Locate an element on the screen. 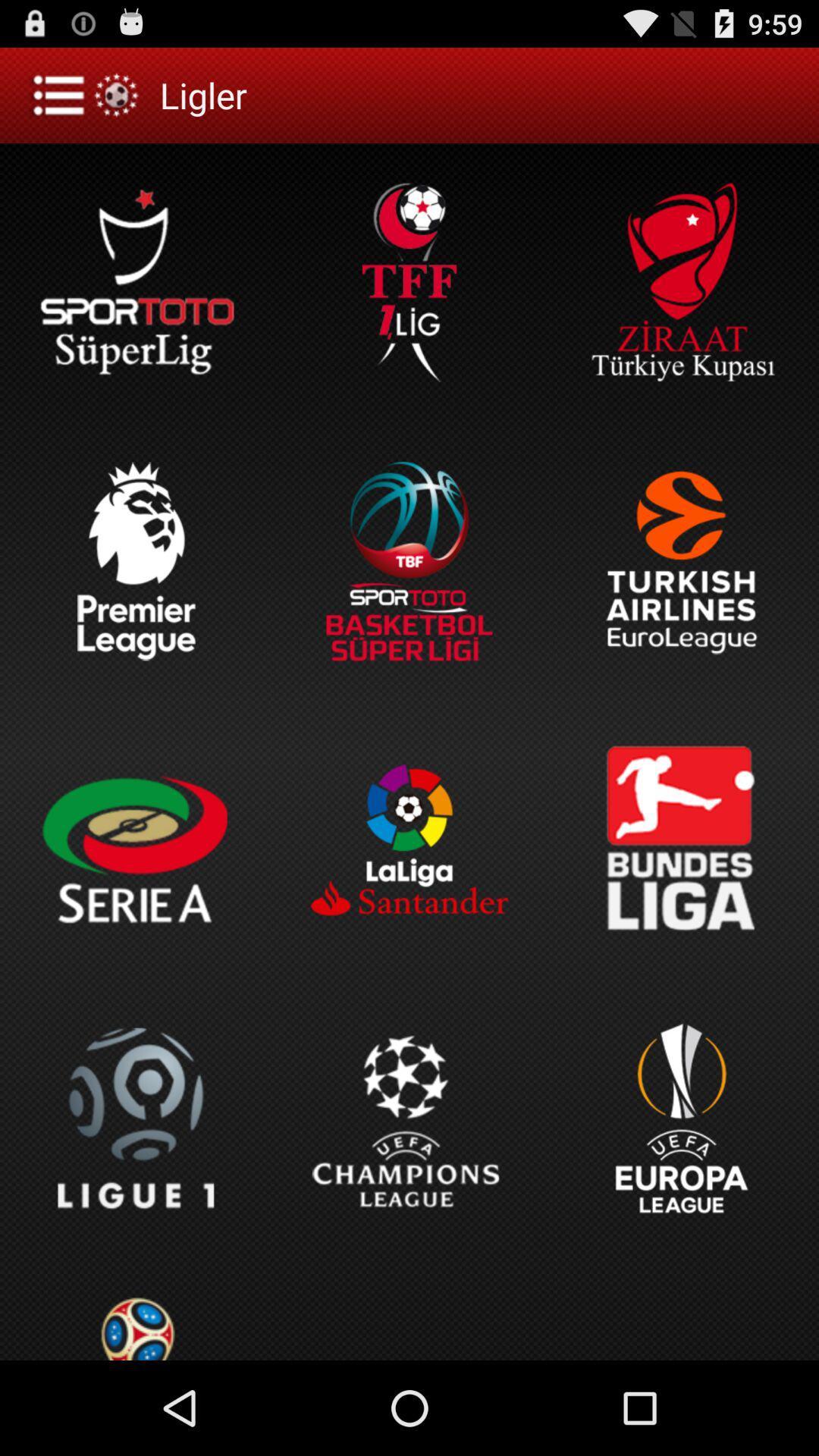 The image size is (819, 1456). uefa europa league is located at coordinates (681, 1119).